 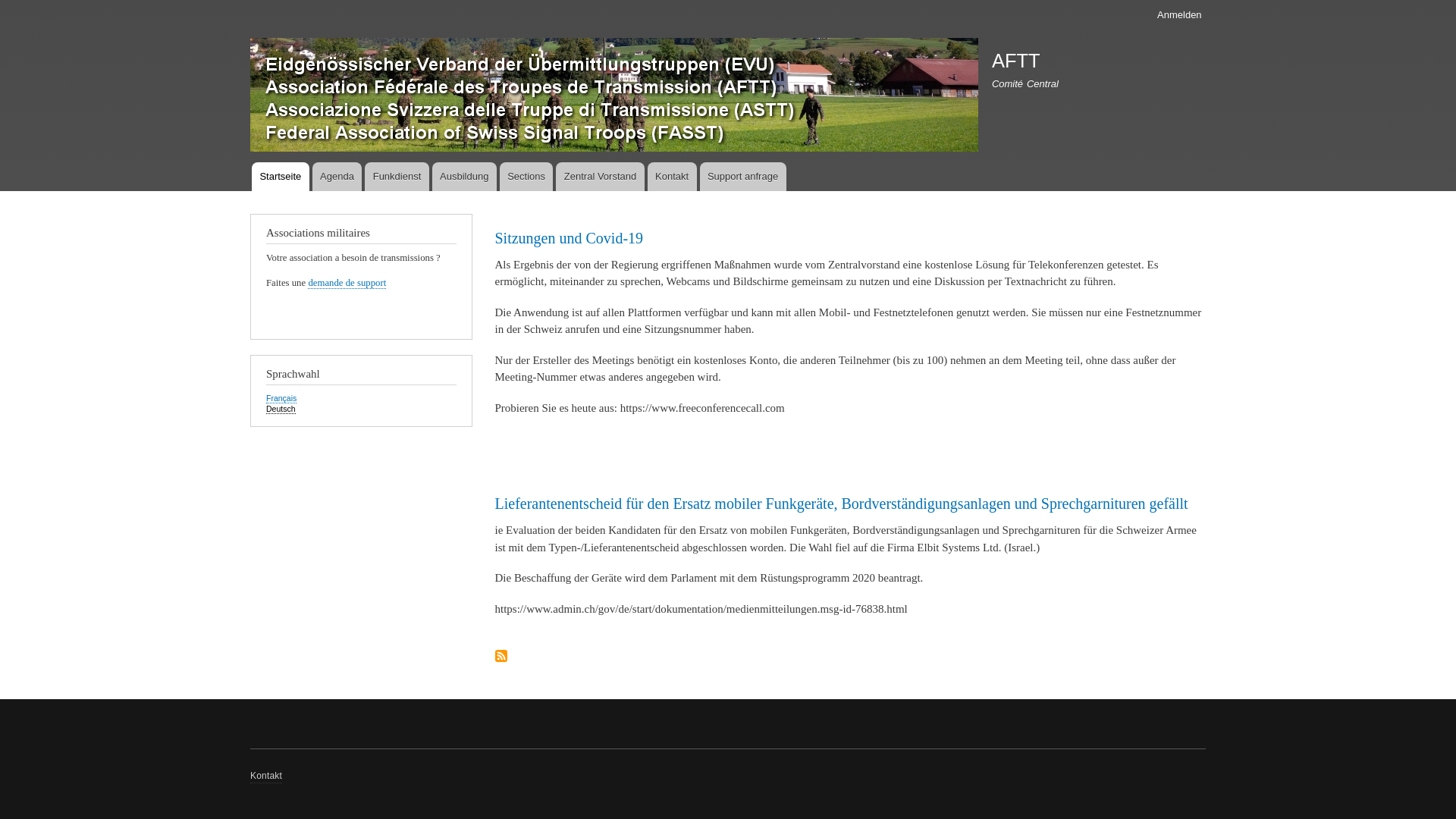 What do you see at coordinates (281, 408) in the screenshot?
I see `'Deutsch'` at bounding box center [281, 408].